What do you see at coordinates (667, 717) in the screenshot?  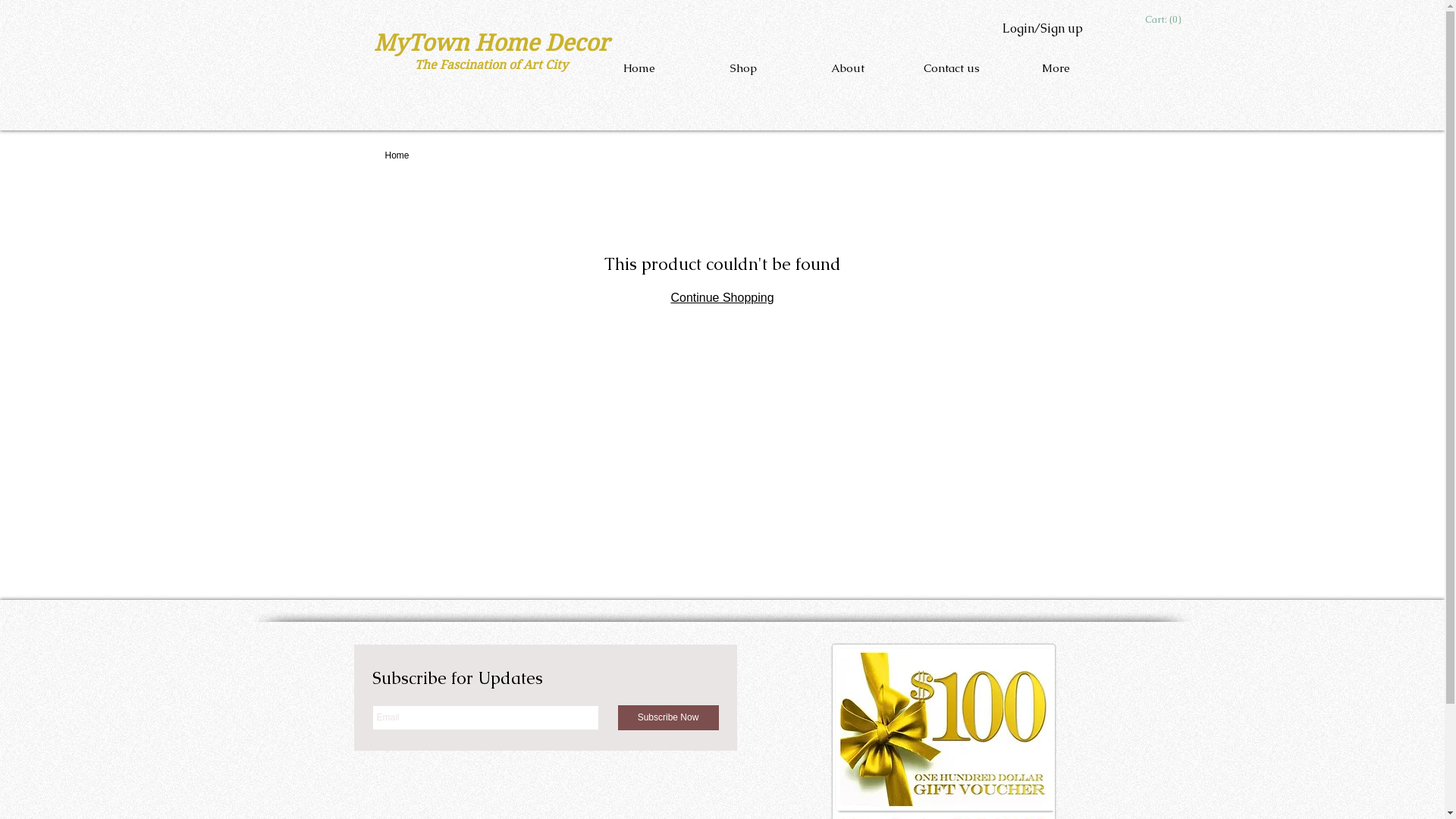 I see `'Subscribe Now'` at bounding box center [667, 717].